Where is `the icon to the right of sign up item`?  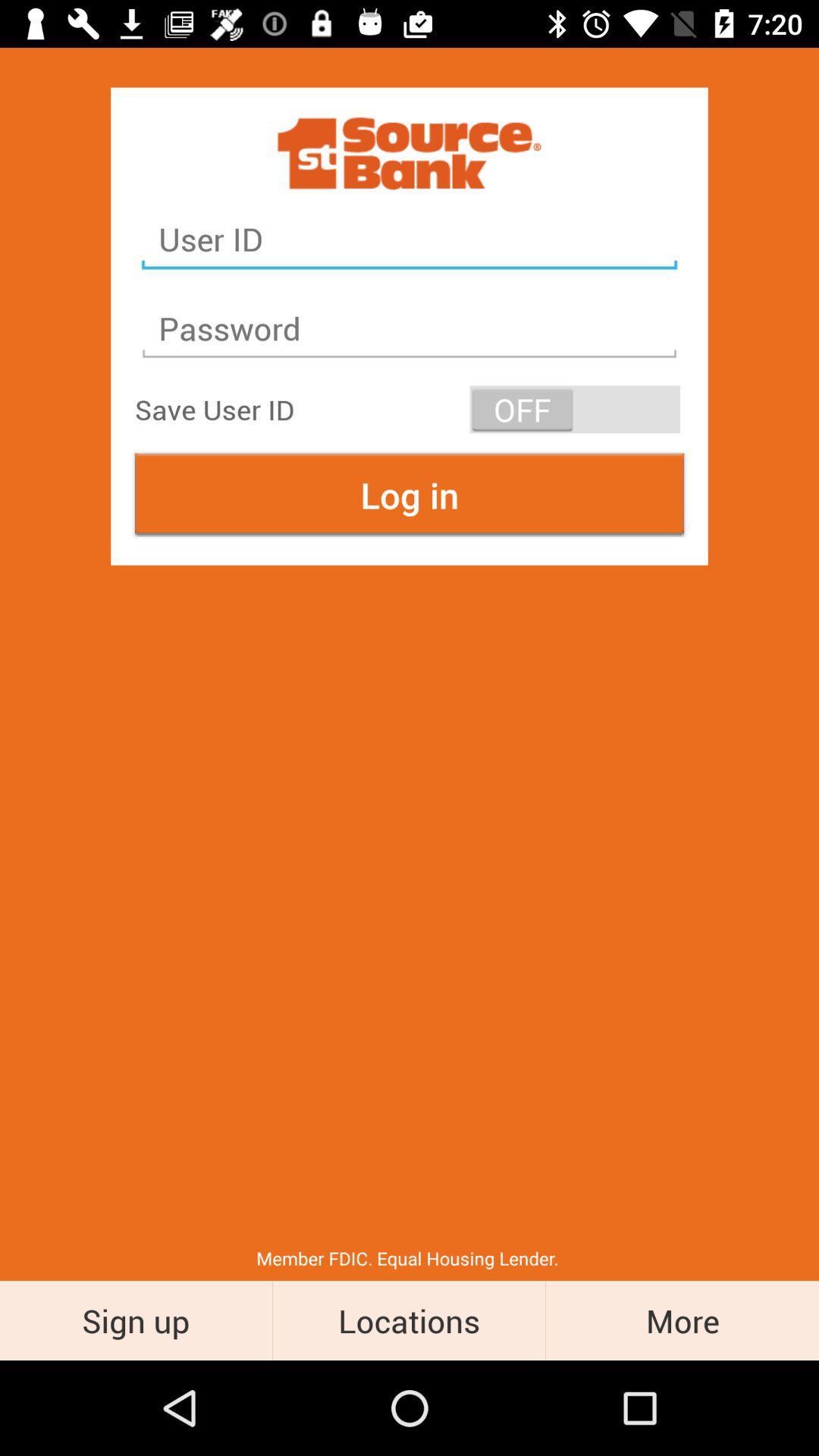 the icon to the right of sign up item is located at coordinates (408, 1319).